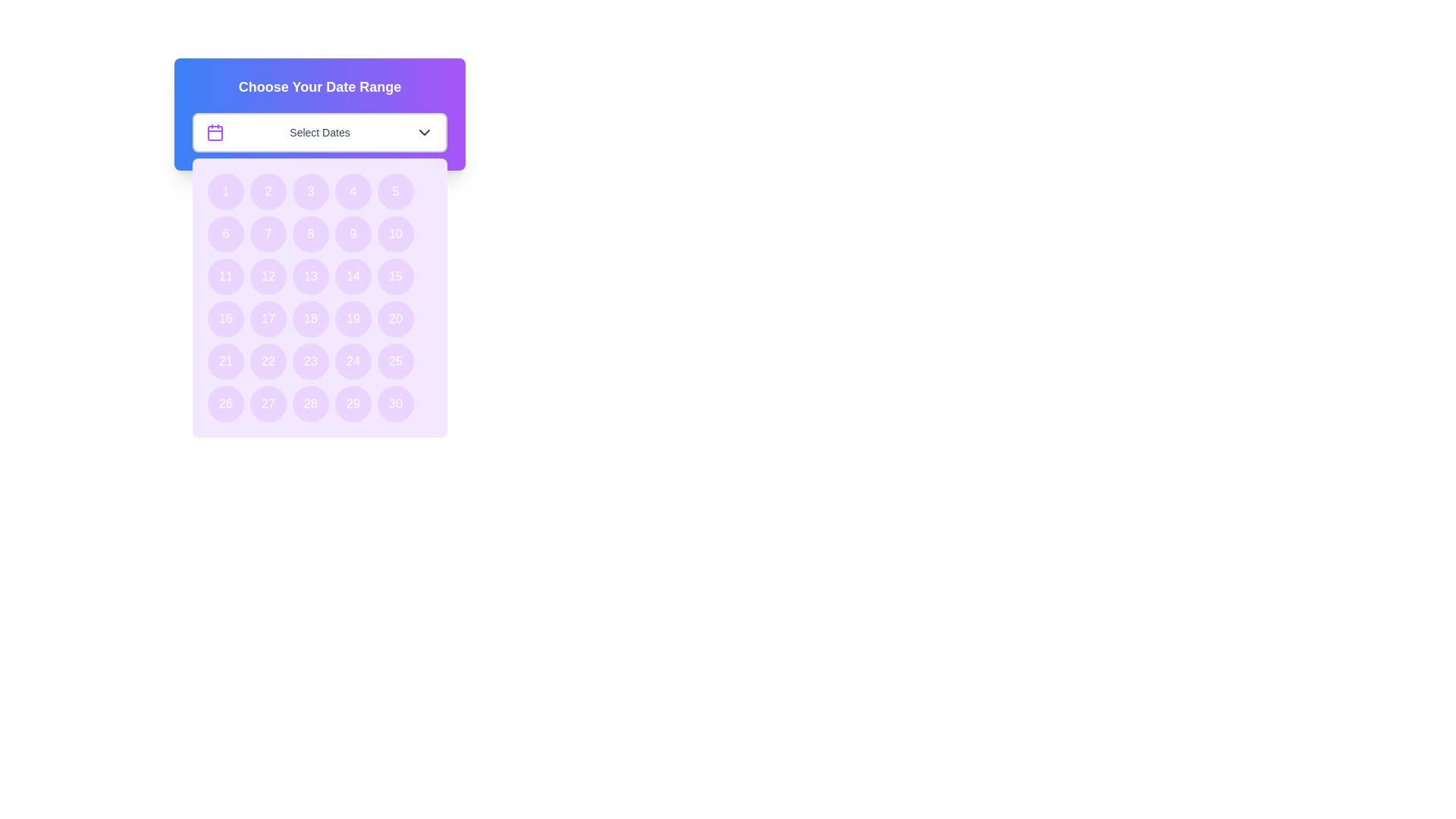 The width and height of the screenshot is (1456, 819). I want to click on the circular button with a purple background and the number '8' in white font located in the second row and third column of the grid layout, so click(309, 234).